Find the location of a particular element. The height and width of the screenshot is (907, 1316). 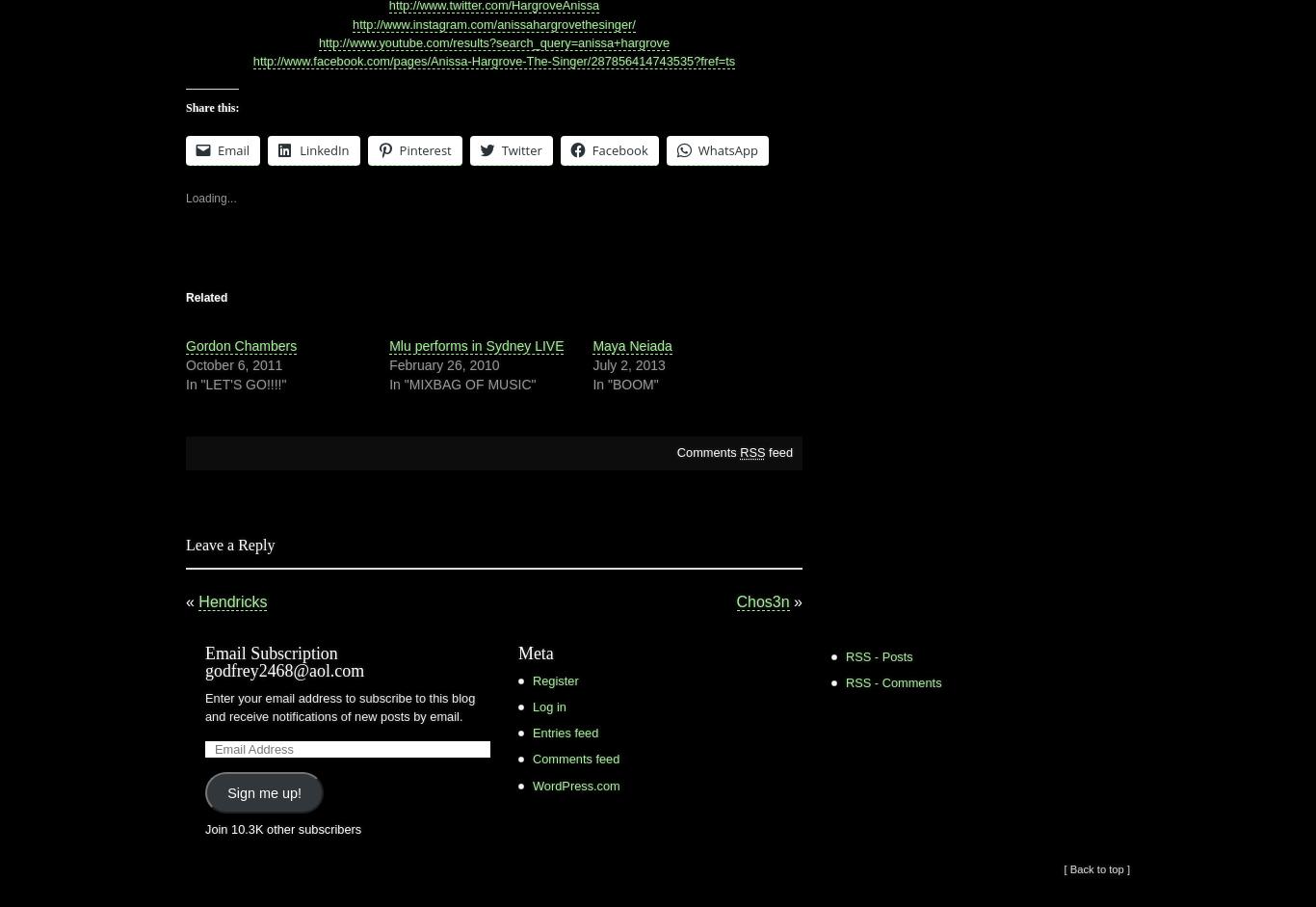

'WhatsApp' is located at coordinates (697, 147).